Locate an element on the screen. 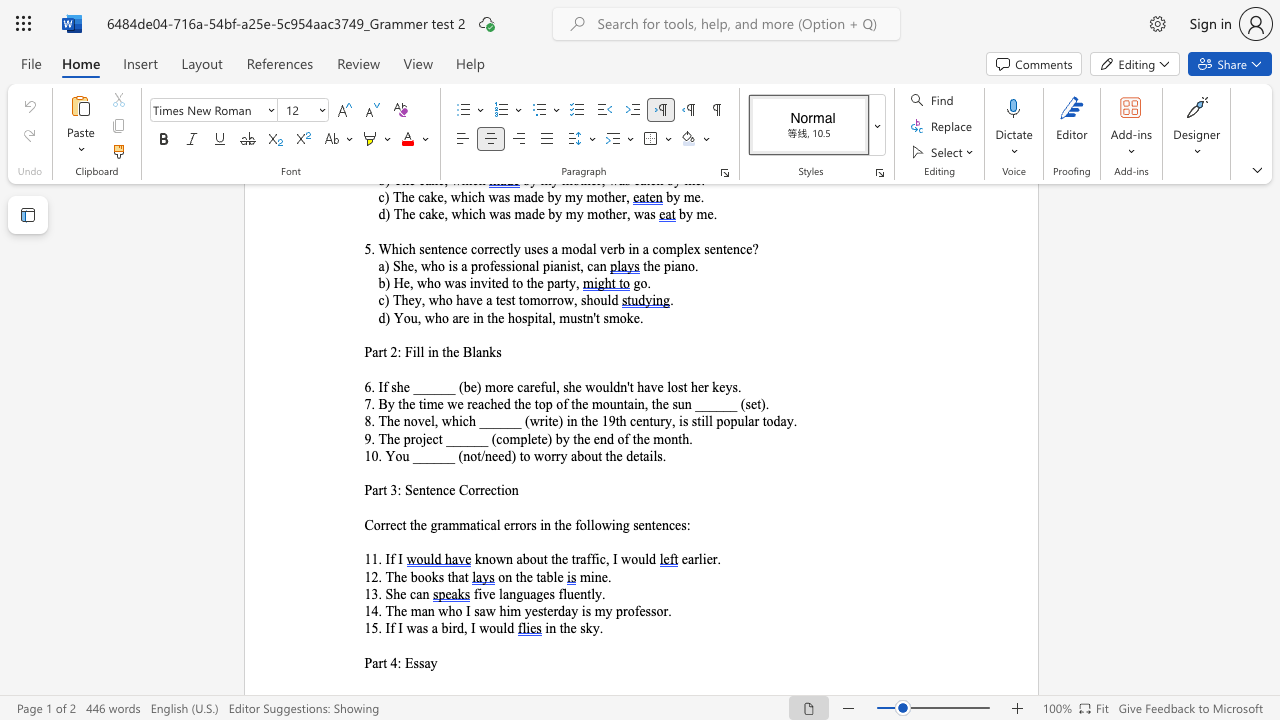 This screenshot has width=1280, height=720. the subset text "ble" within the text "on the table" is located at coordinates (546, 577).